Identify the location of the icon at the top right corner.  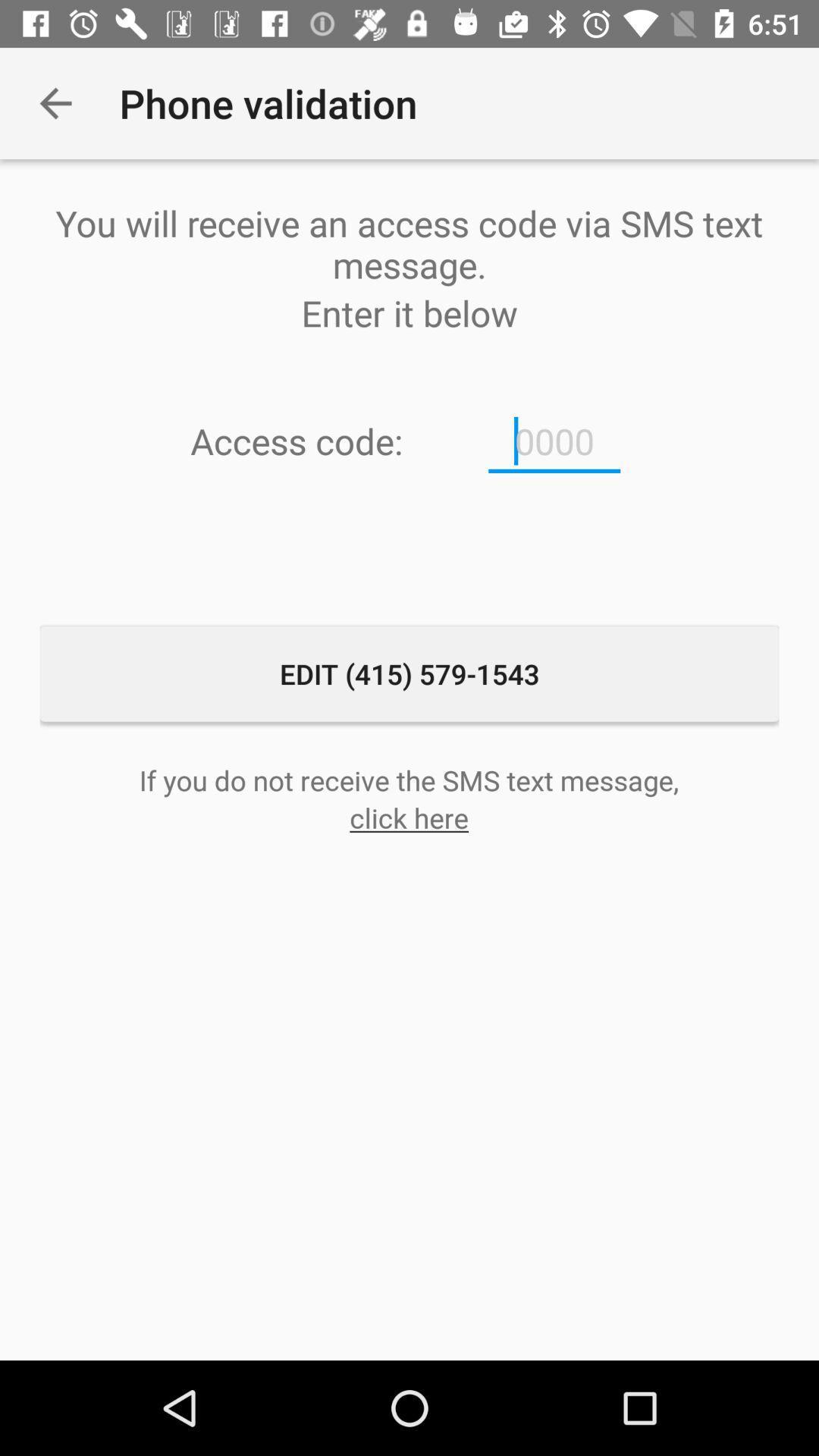
(554, 441).